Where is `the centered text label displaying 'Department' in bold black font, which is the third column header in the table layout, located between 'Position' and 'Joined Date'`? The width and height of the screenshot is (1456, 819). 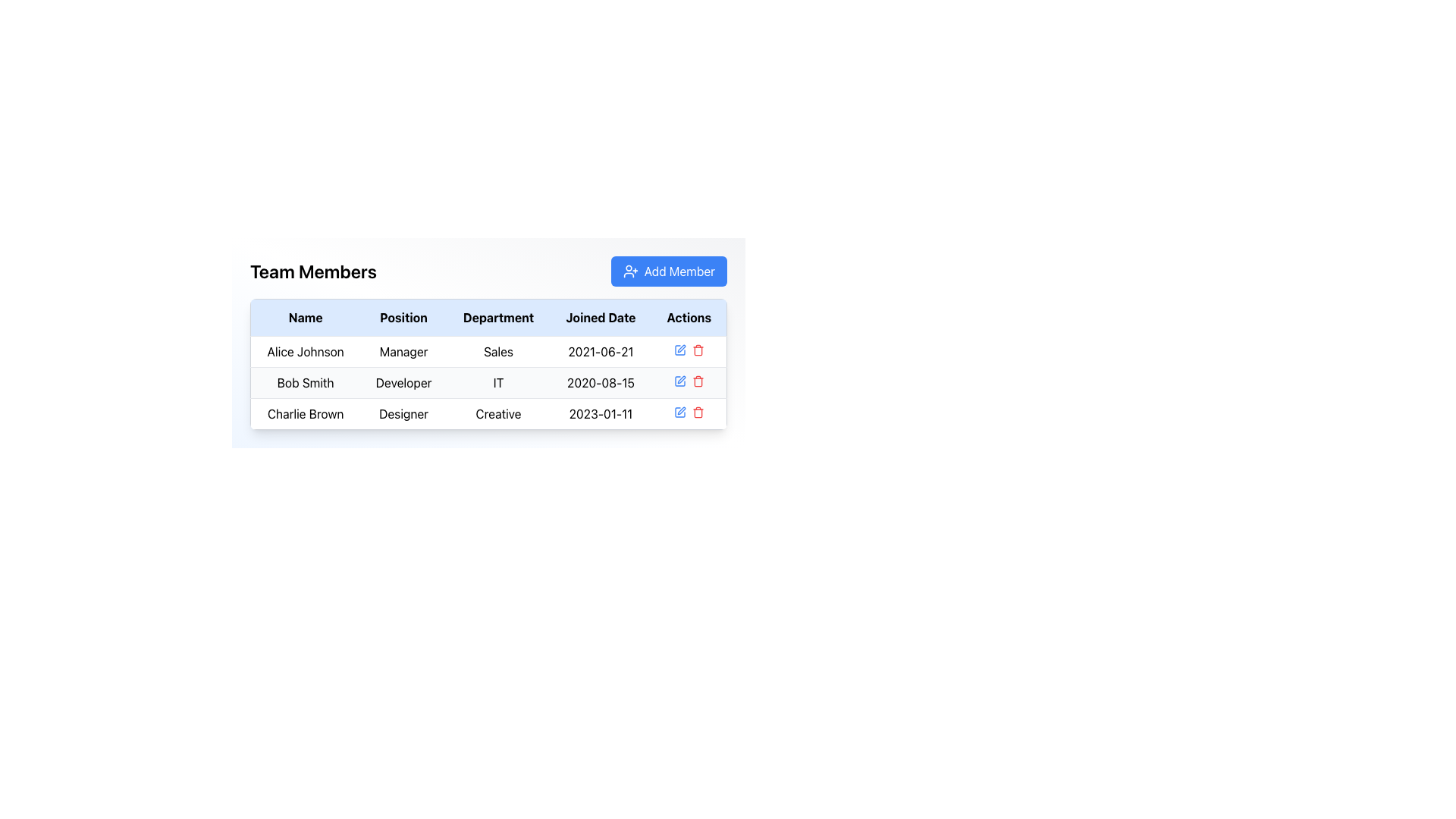 the centered text label displaying 'Department' in bold black font, which is the third column header in the table layout, located between 'Position' and 'Joined Date' is located at coordinates (498, 317).